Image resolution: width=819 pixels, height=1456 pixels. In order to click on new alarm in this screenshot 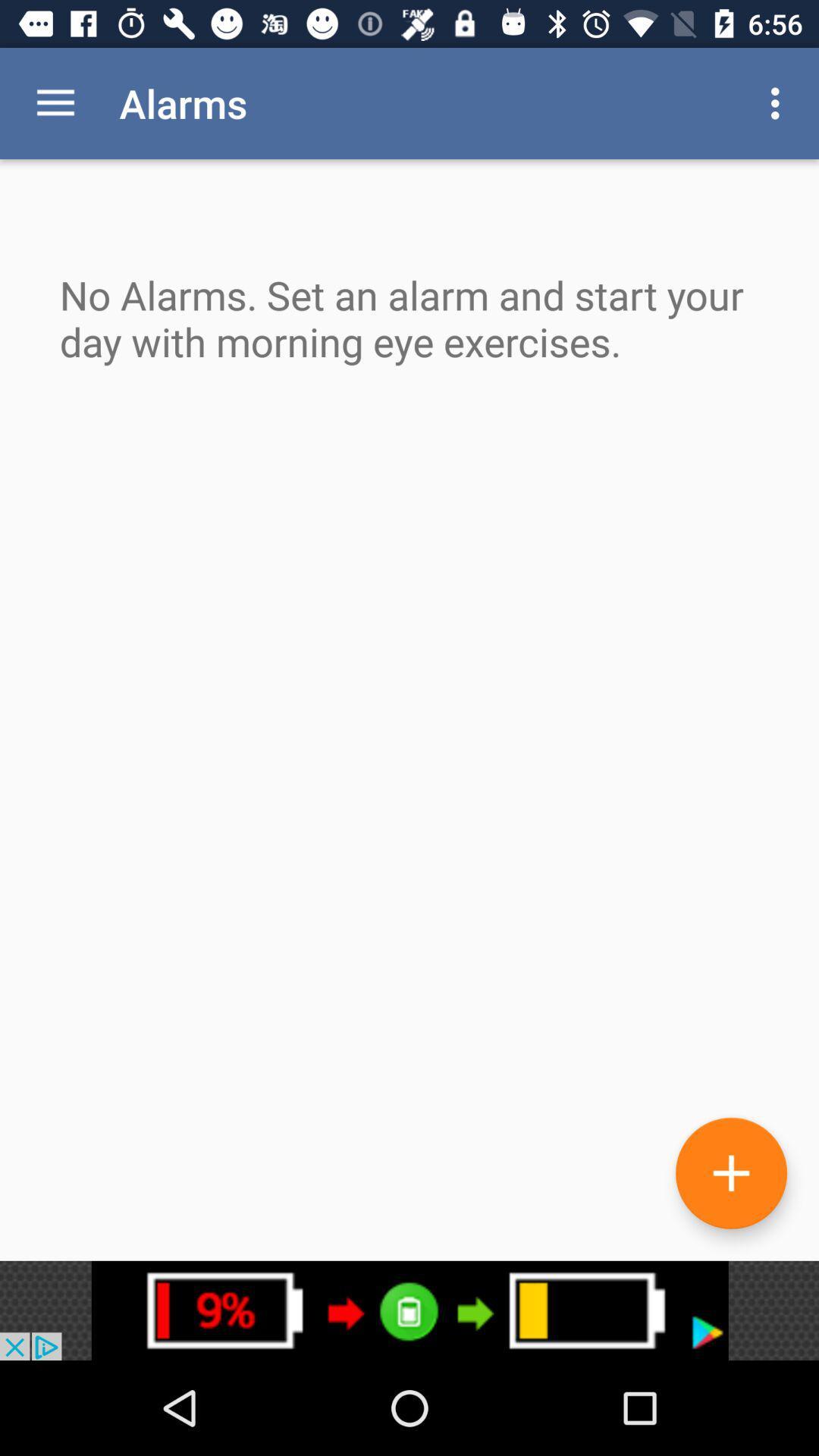, I will do `click(730, 1172)`.